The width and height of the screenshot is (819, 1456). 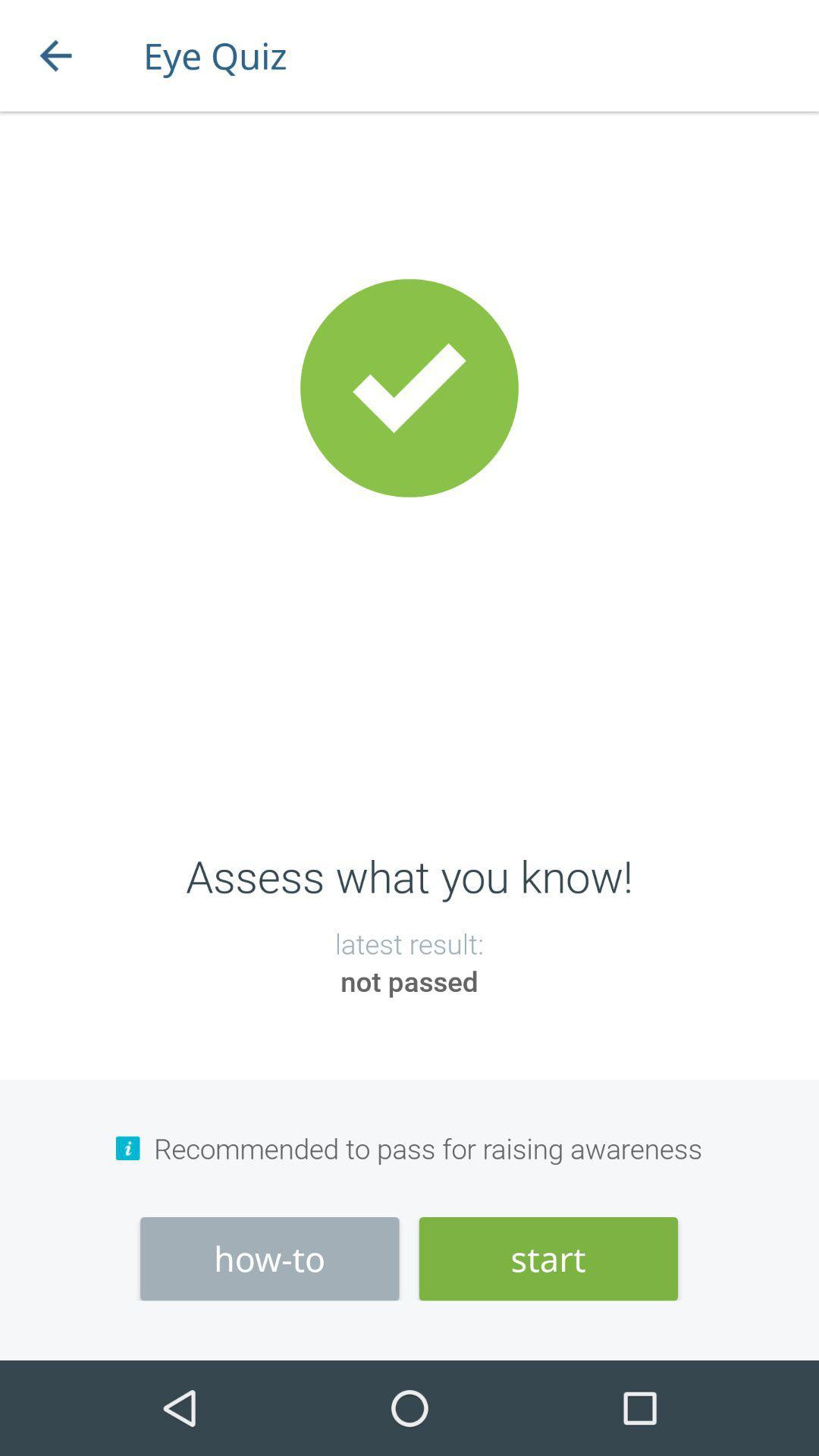 I want to click on the item below the recommended to pass item, so click(x=268, y=1259).